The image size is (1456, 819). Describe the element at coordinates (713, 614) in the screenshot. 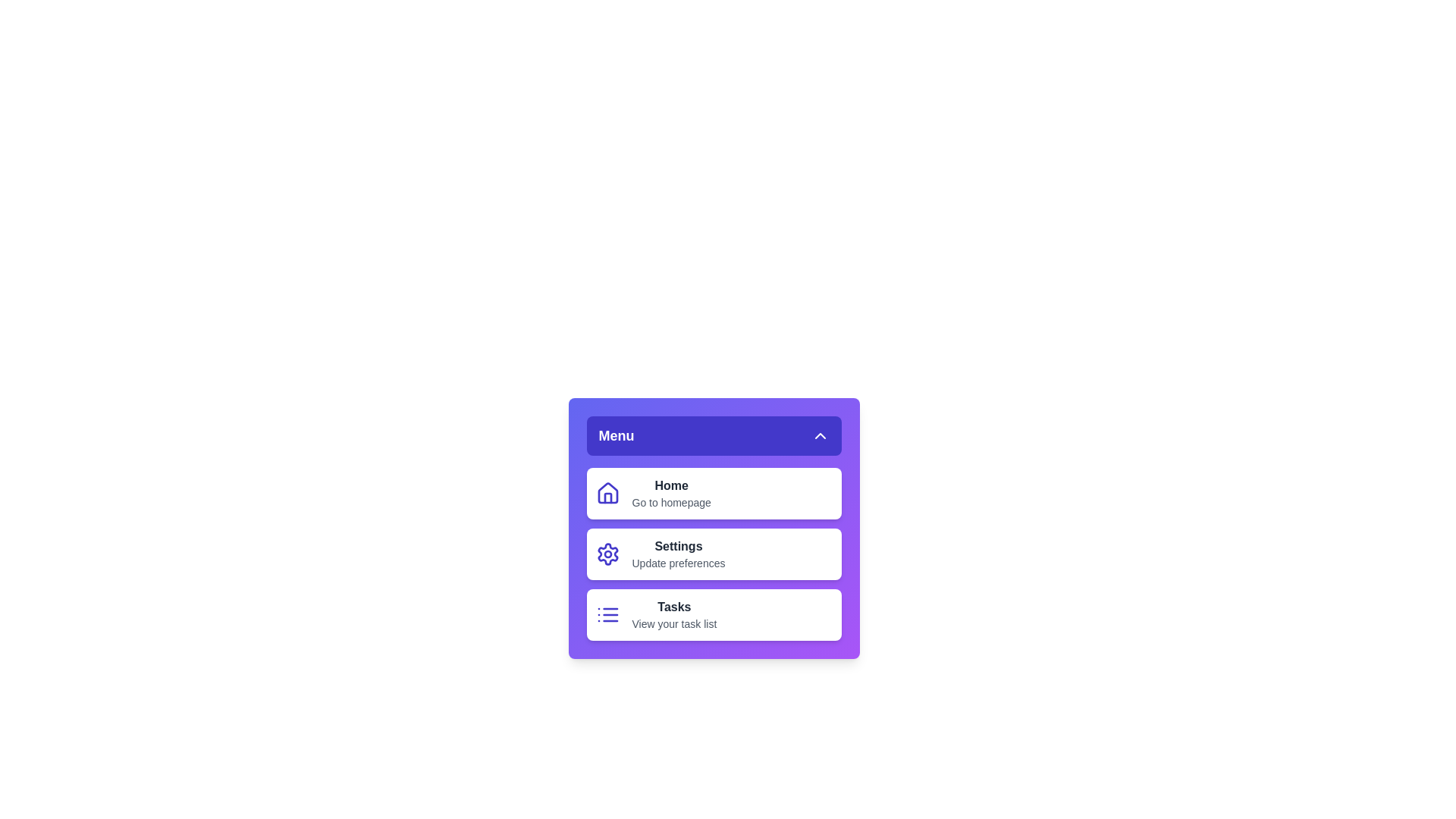

I see `the menu item labeled Tasks to observe its hover effect` at that location.